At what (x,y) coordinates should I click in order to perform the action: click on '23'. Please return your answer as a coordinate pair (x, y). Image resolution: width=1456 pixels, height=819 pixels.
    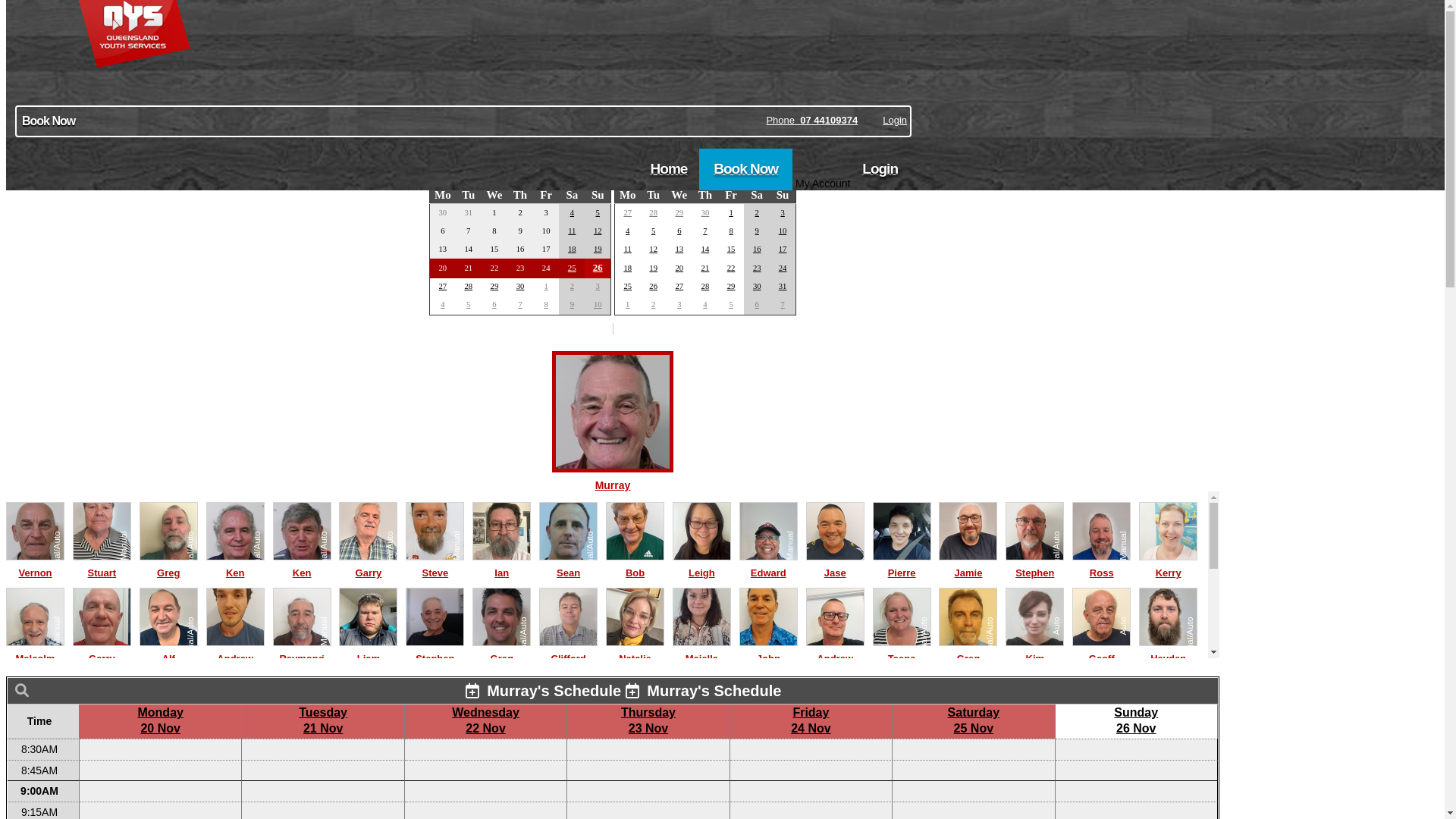
    Looking at the image, I should click on (753, 267).